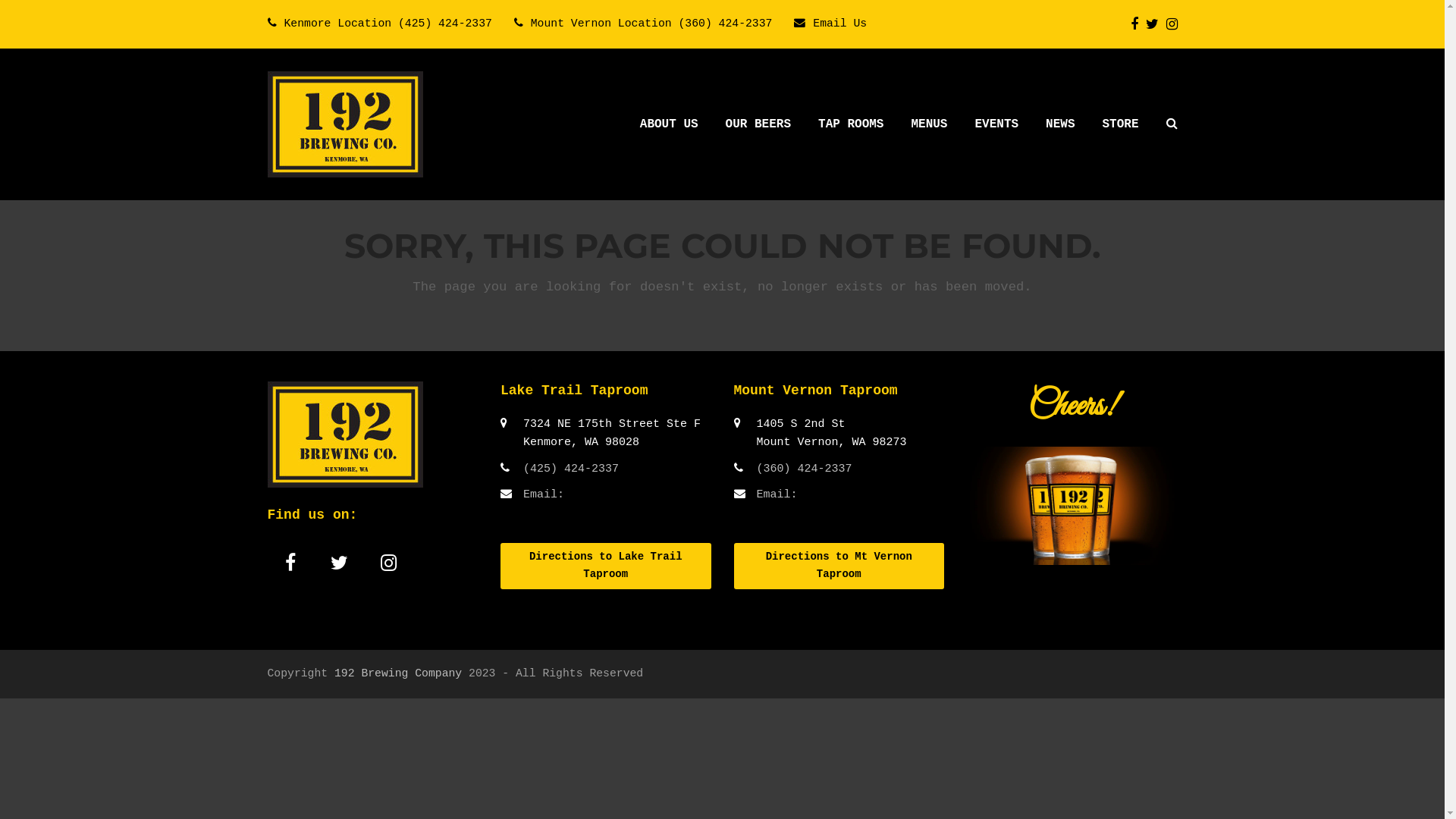  I want to click on 'EVENTS', so click(996, 124).